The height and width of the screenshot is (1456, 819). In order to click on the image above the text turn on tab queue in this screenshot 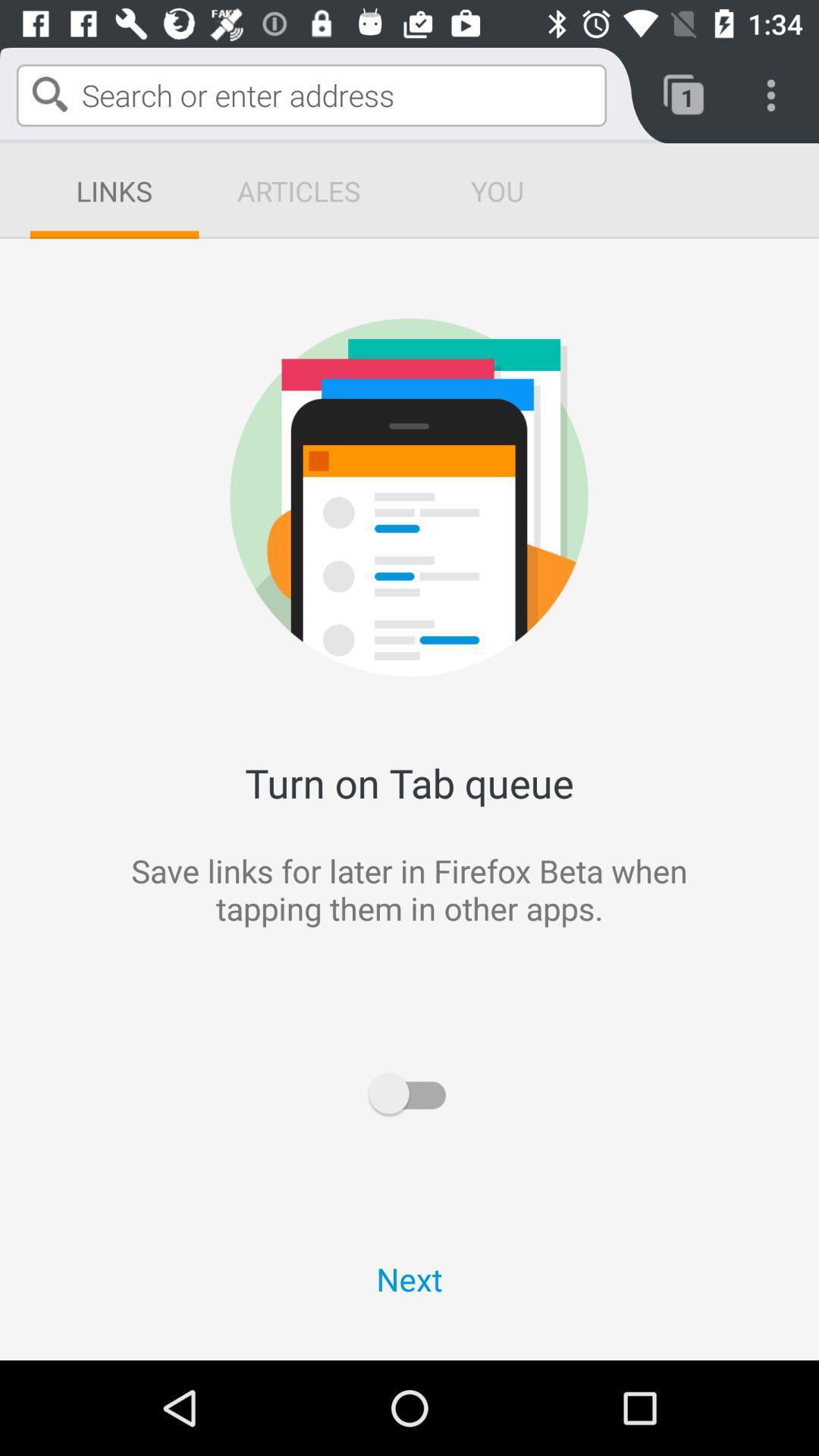, I will do `click(607, 370)`.